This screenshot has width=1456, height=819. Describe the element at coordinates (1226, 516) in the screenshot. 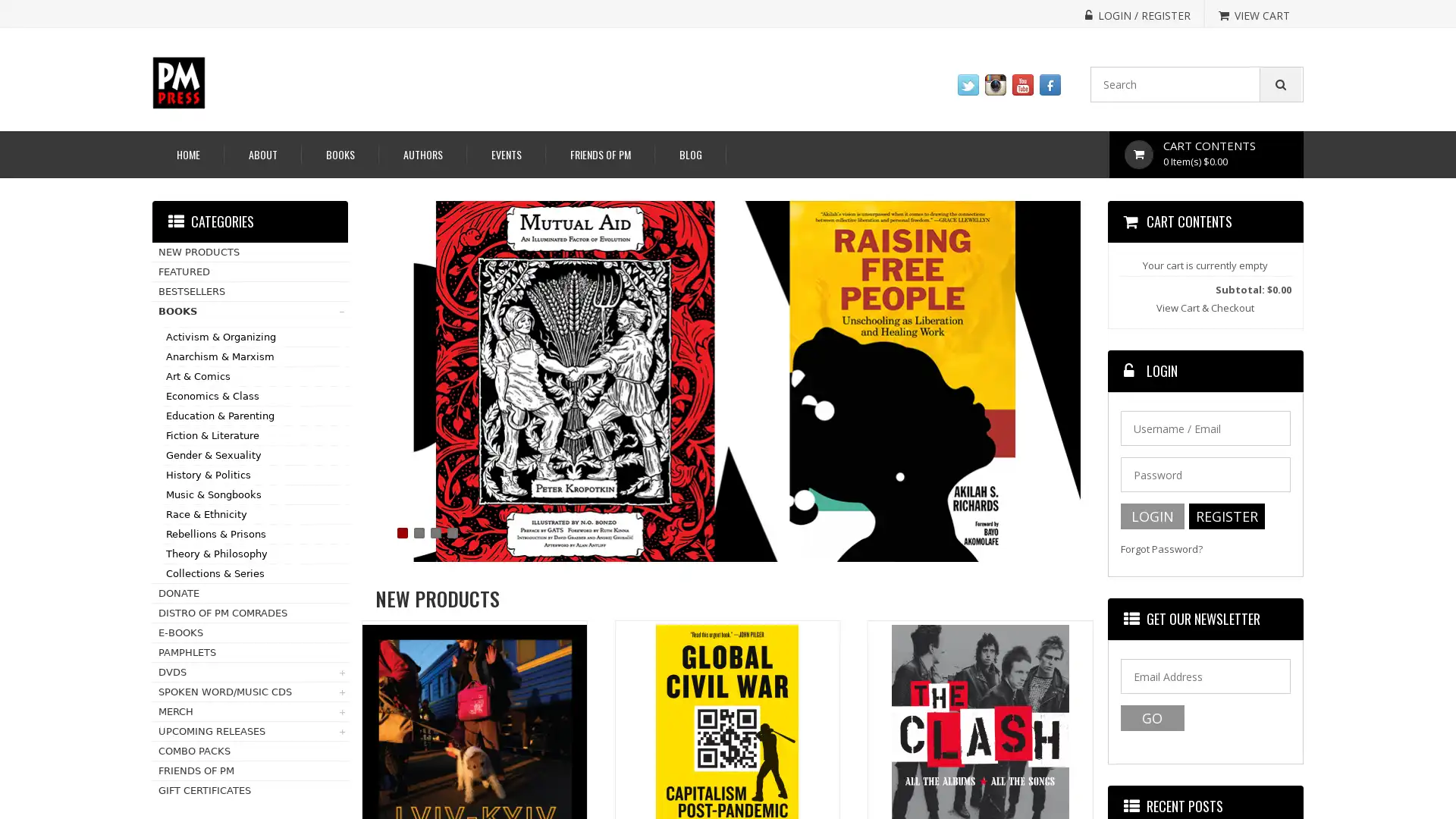

I see `Register` at that location.